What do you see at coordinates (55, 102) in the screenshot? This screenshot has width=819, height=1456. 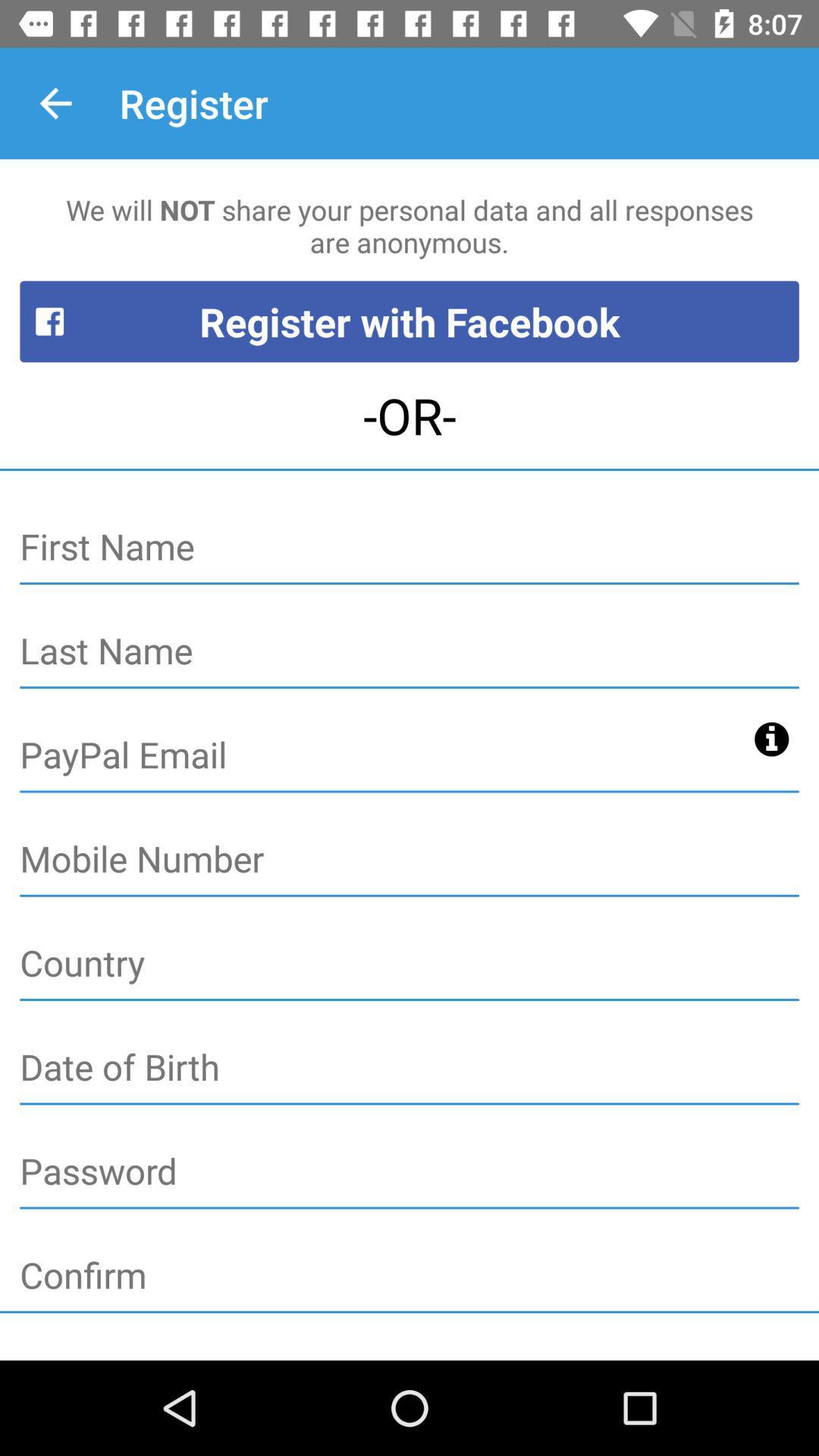 I see `item next to the register app` at bounding box center [55, 102].